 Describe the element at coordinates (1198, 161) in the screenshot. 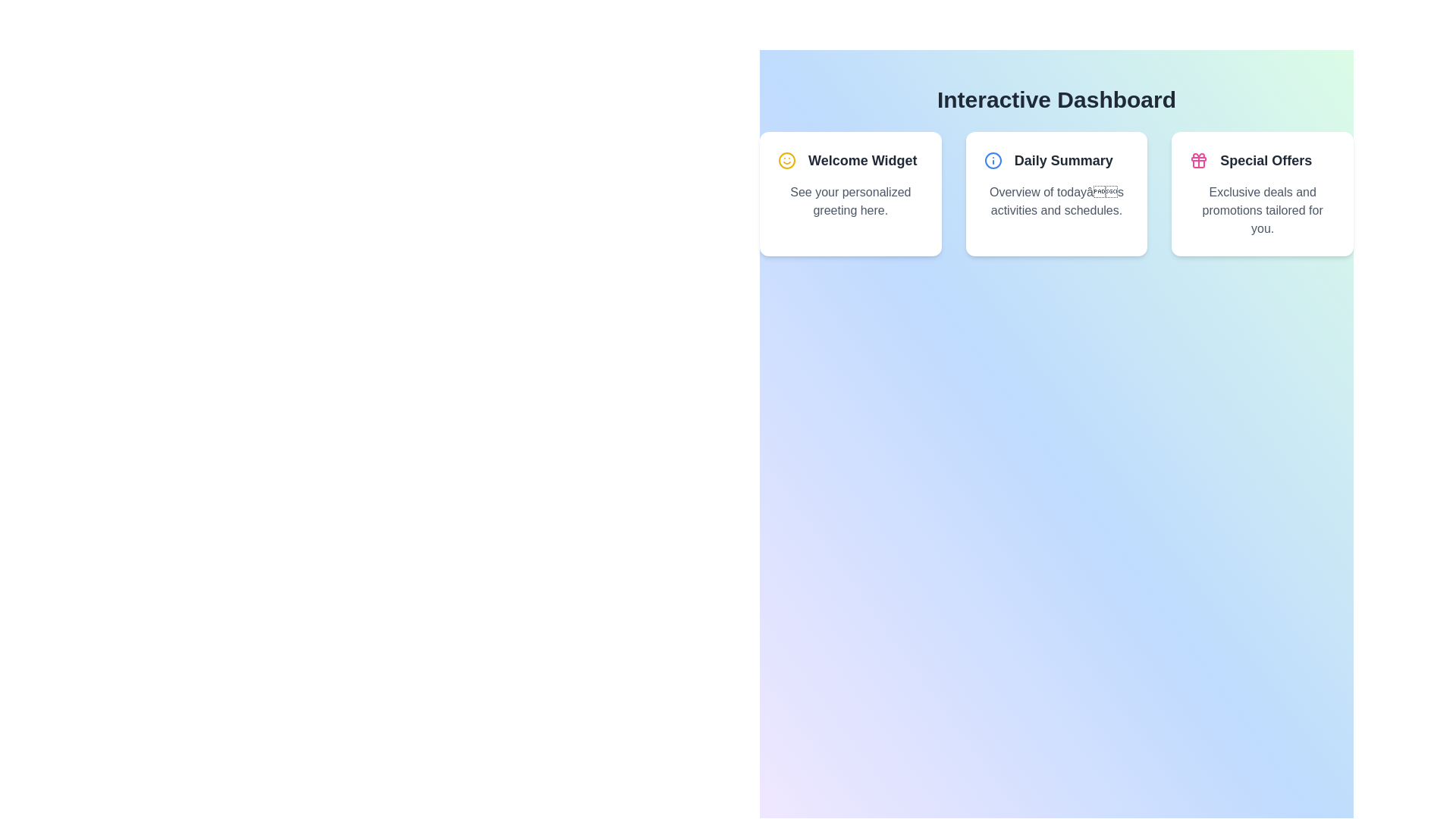

I see `the 'Special Offers' icon located to the left of the 'Special Offers' text within the rightmost card under the 'Interactive Dashboard' header` at that location.